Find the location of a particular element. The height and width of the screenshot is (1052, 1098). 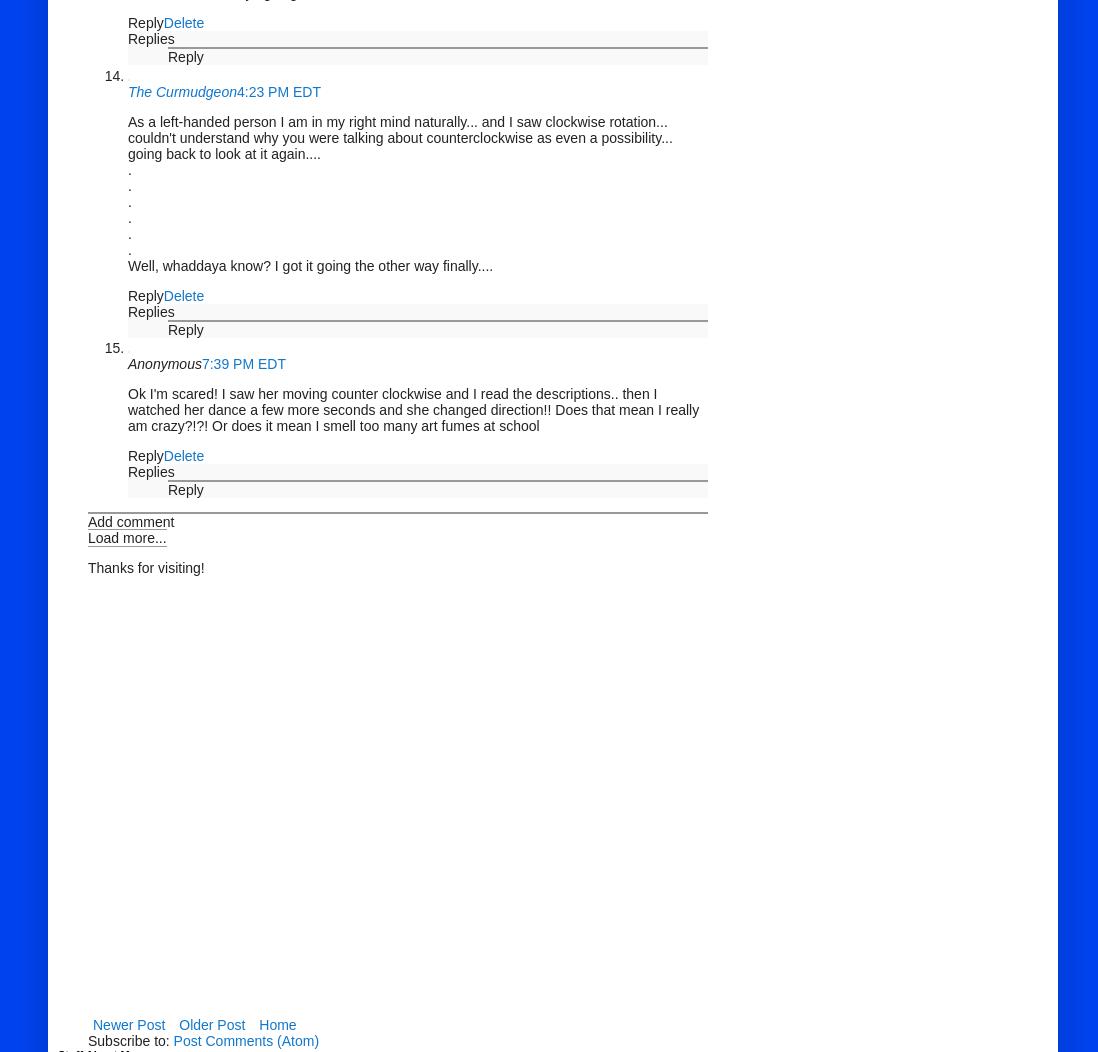

'Add comment' is located at coordinates (130, 521).